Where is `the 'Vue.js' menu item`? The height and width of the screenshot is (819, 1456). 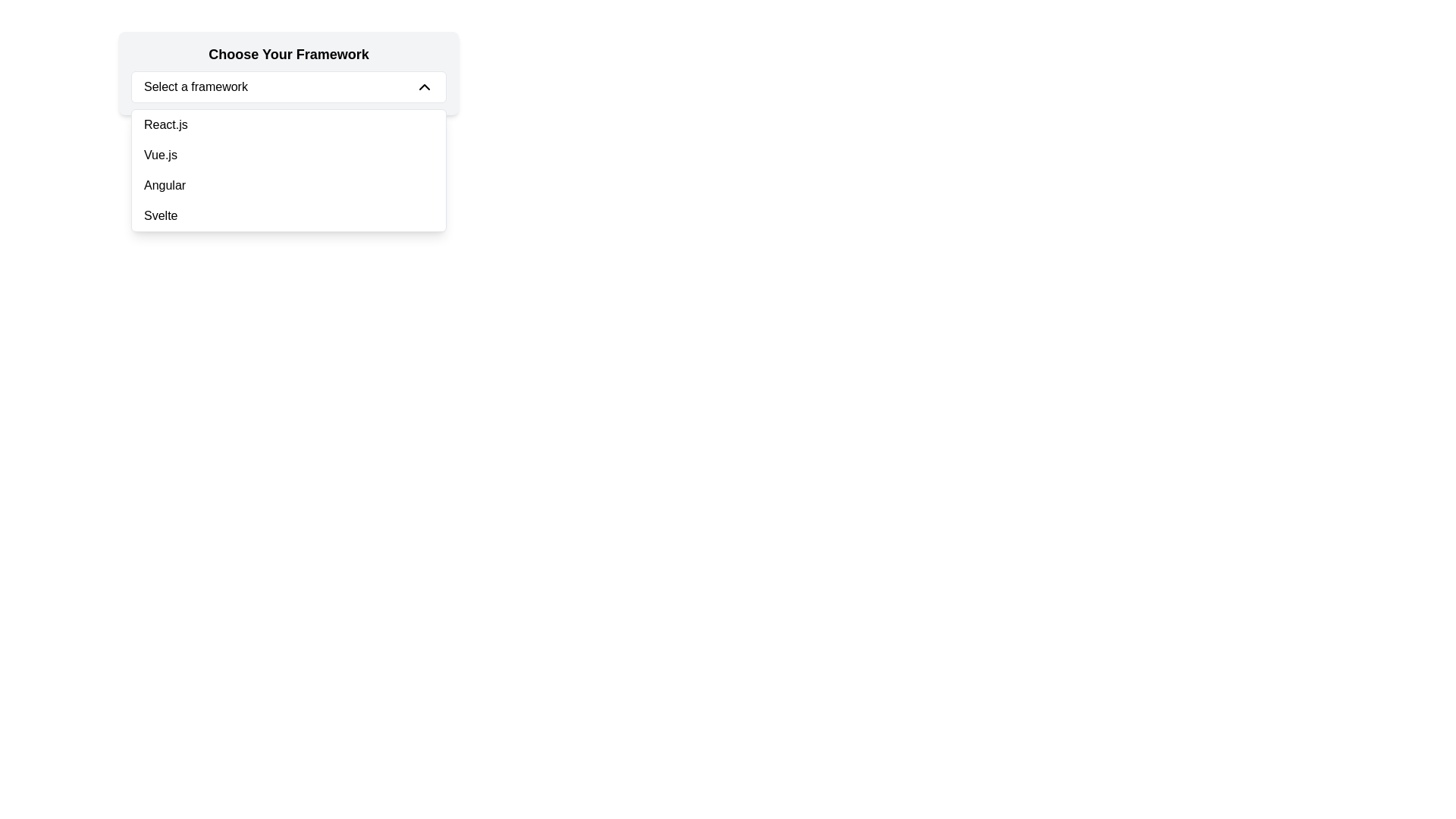
the 'Vue.js' menu item is located at coordinates (288, 155).